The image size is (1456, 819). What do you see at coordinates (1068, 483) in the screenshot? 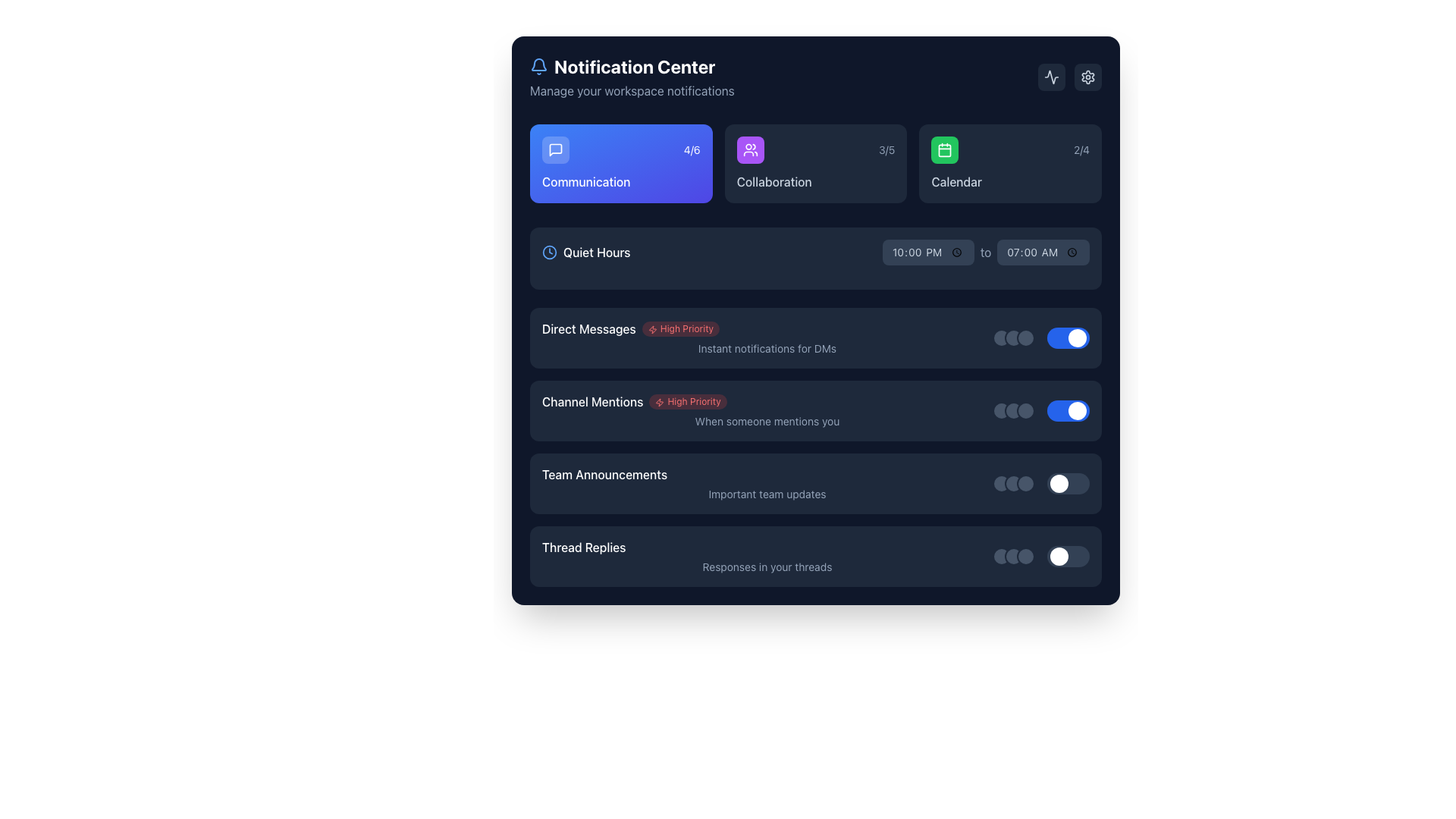
I see `the dark-themed toggle switch located under the 'Team Announcements' section` at bounding box center [1068, 483].